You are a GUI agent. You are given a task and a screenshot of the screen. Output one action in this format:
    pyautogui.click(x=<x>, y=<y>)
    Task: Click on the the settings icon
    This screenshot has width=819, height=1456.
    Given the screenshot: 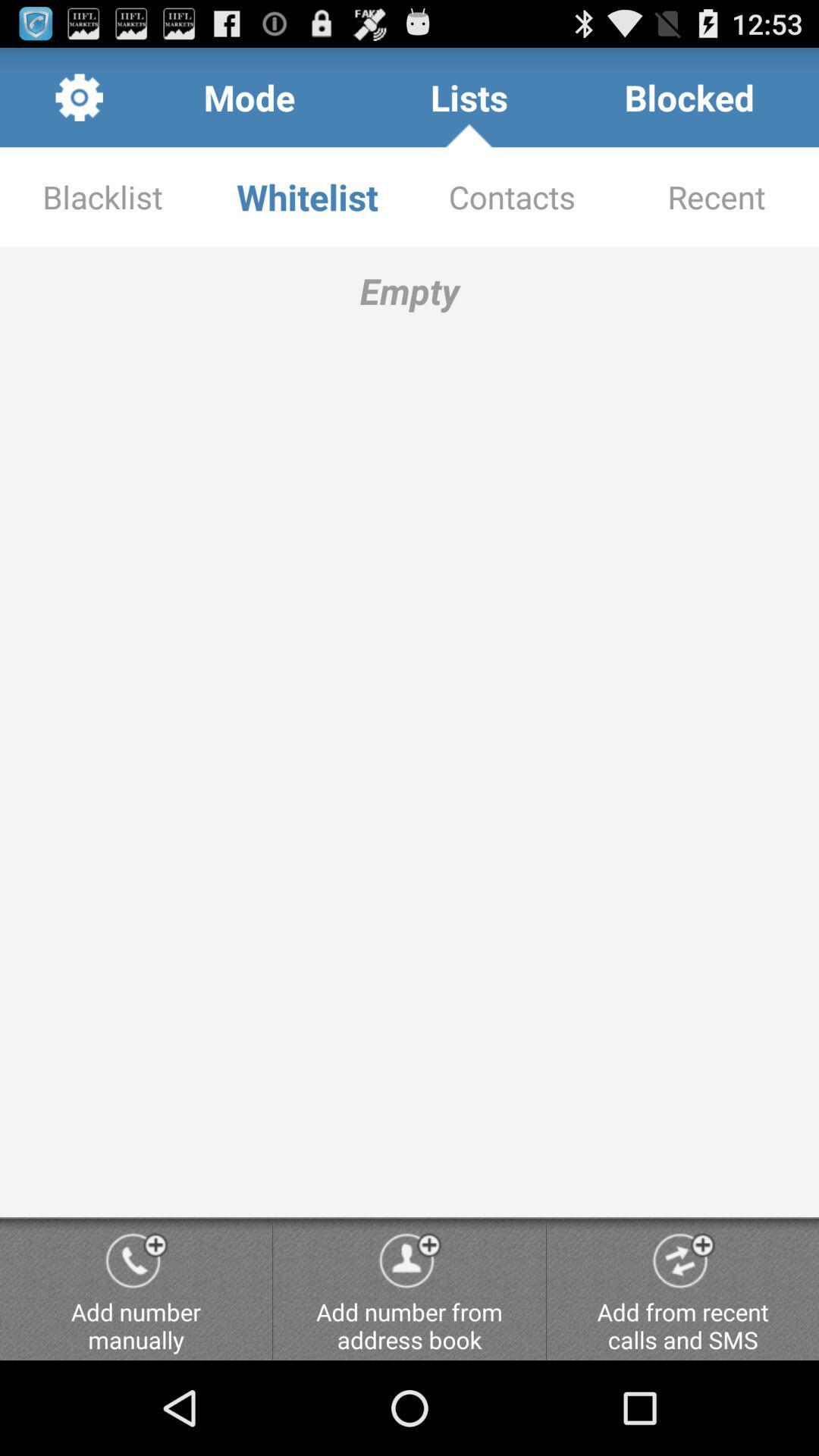 What is the action you would take?
    pyautogui.click(x=79, y=103)
    